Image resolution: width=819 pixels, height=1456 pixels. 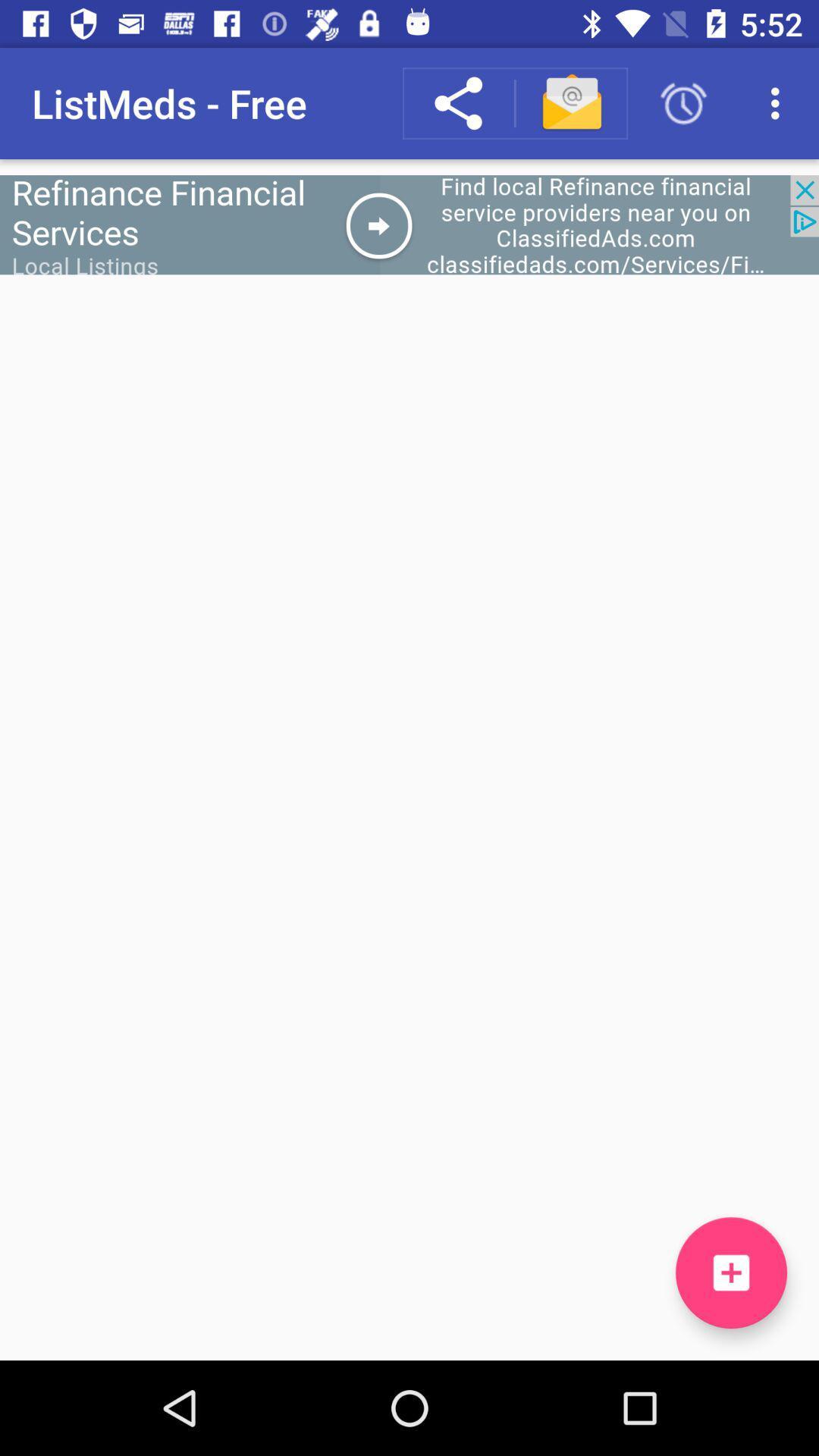 I want to click on advertisement, so click(x=409, y=224).